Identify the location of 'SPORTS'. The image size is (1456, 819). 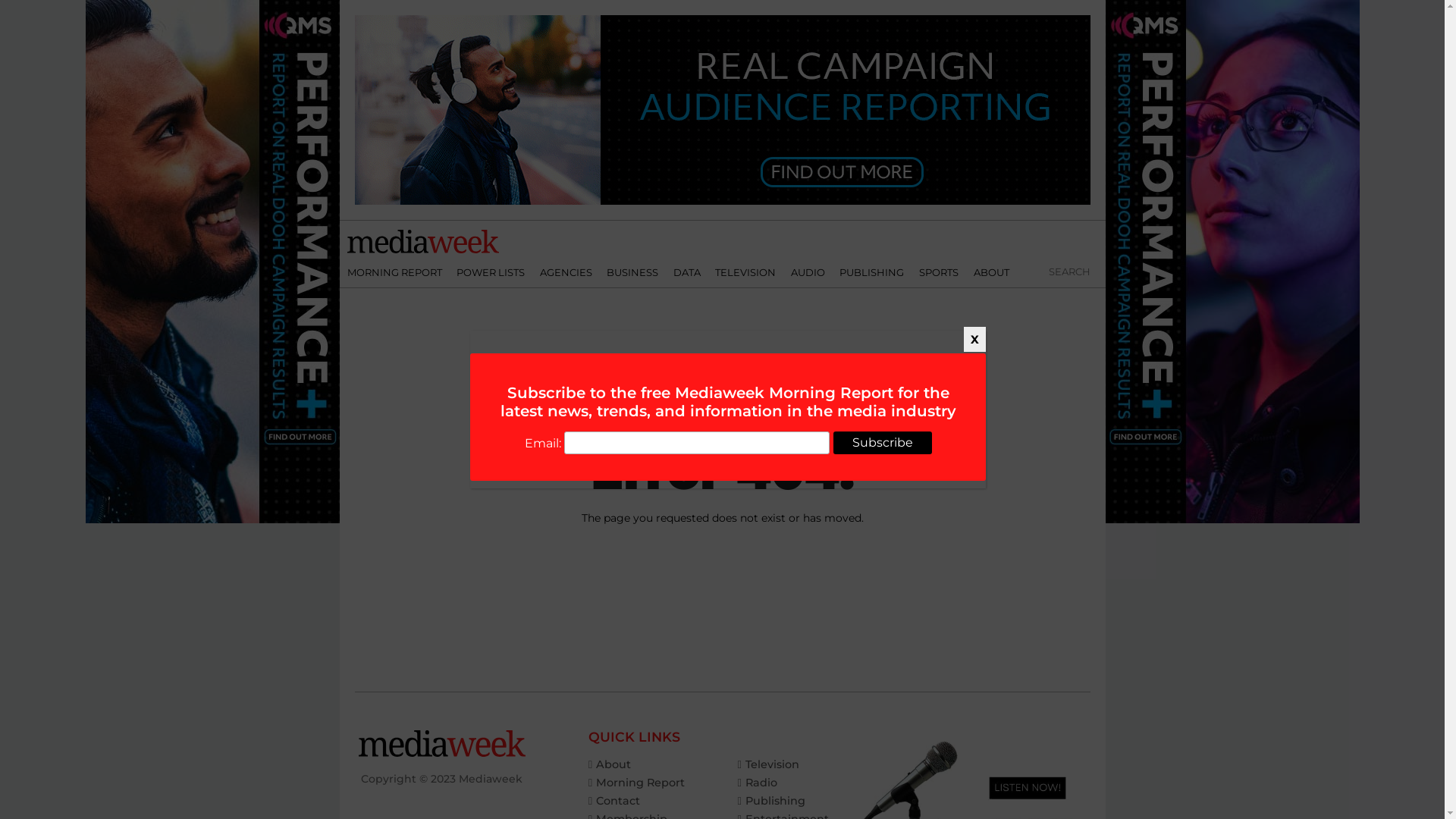
(938, 271).